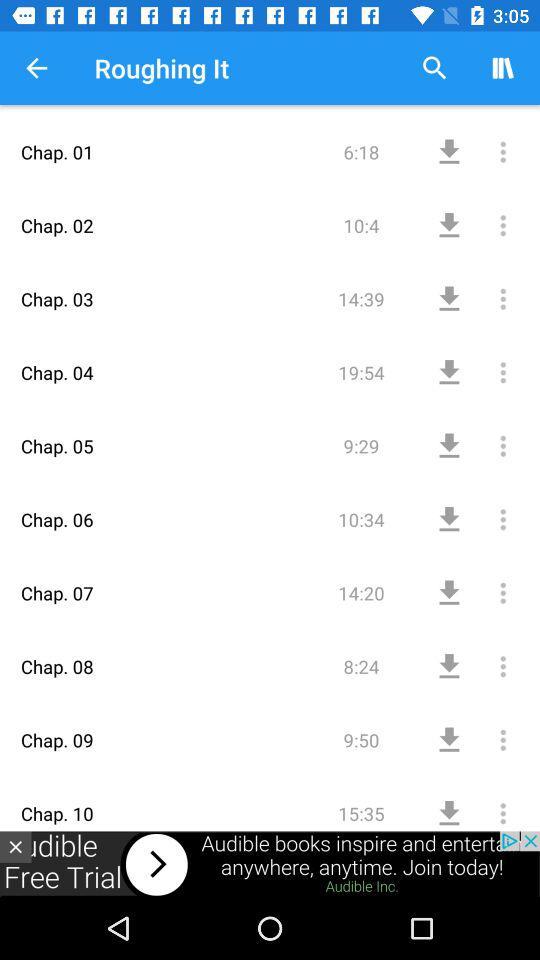 The width and height of the screenshot is (540, 960). What do you see at coordinates (481, 359) in the screenshot?
I see `the more icon` at bounding box center [481, 359].